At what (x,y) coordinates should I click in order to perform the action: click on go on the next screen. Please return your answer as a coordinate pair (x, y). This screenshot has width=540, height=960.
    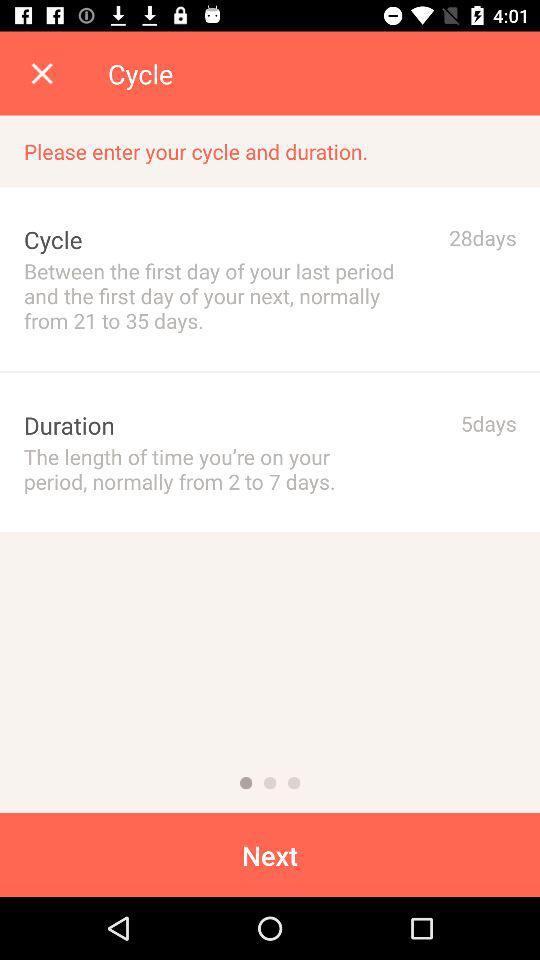
    Looking at the image, I should click on (270, 783).